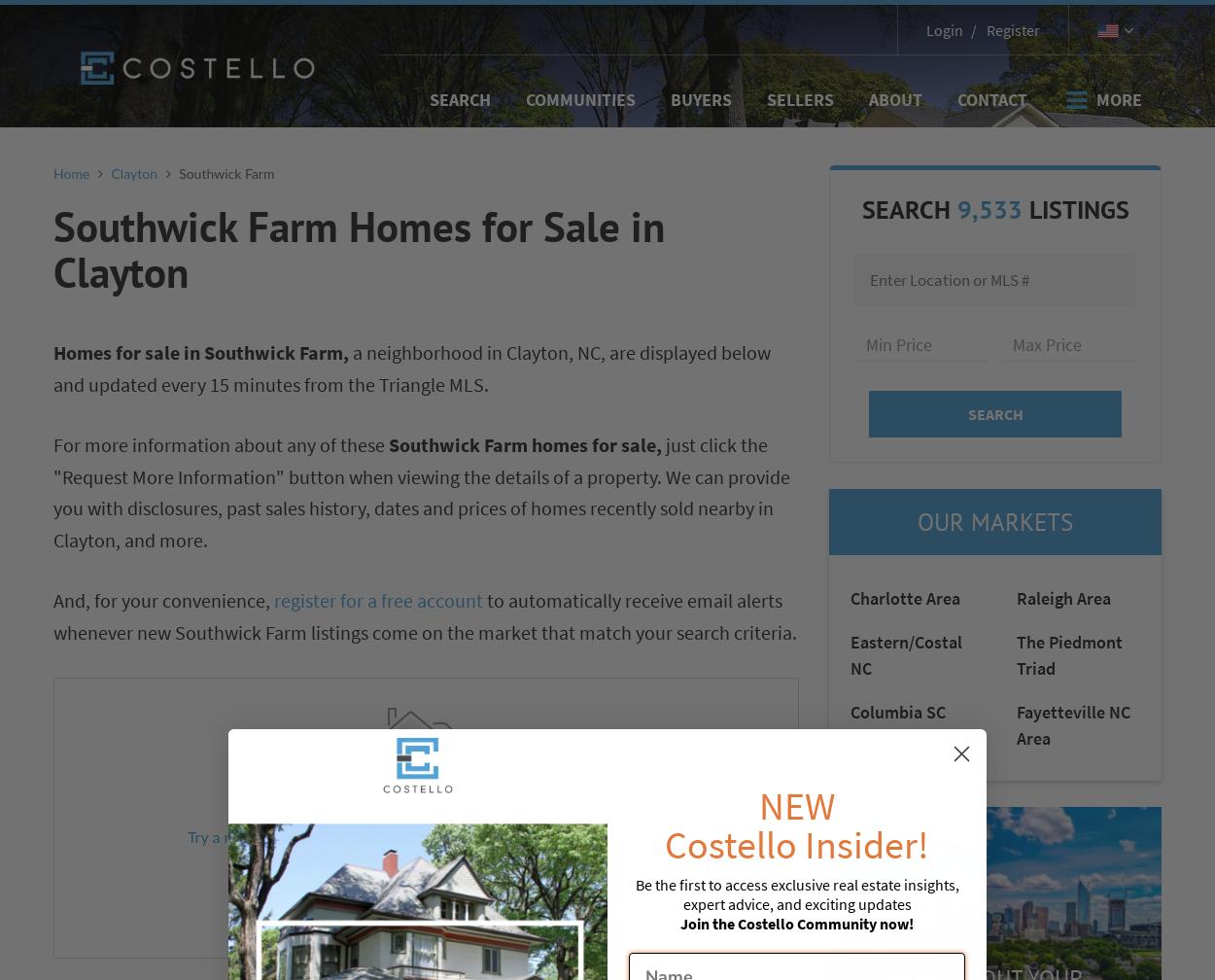  Describe the element at coordinates (425, 616) in the screenshot. I see `'to automatically receive email alerts whenever new Southwick Farm listings come on the market that match your search criteria.'` at that location.